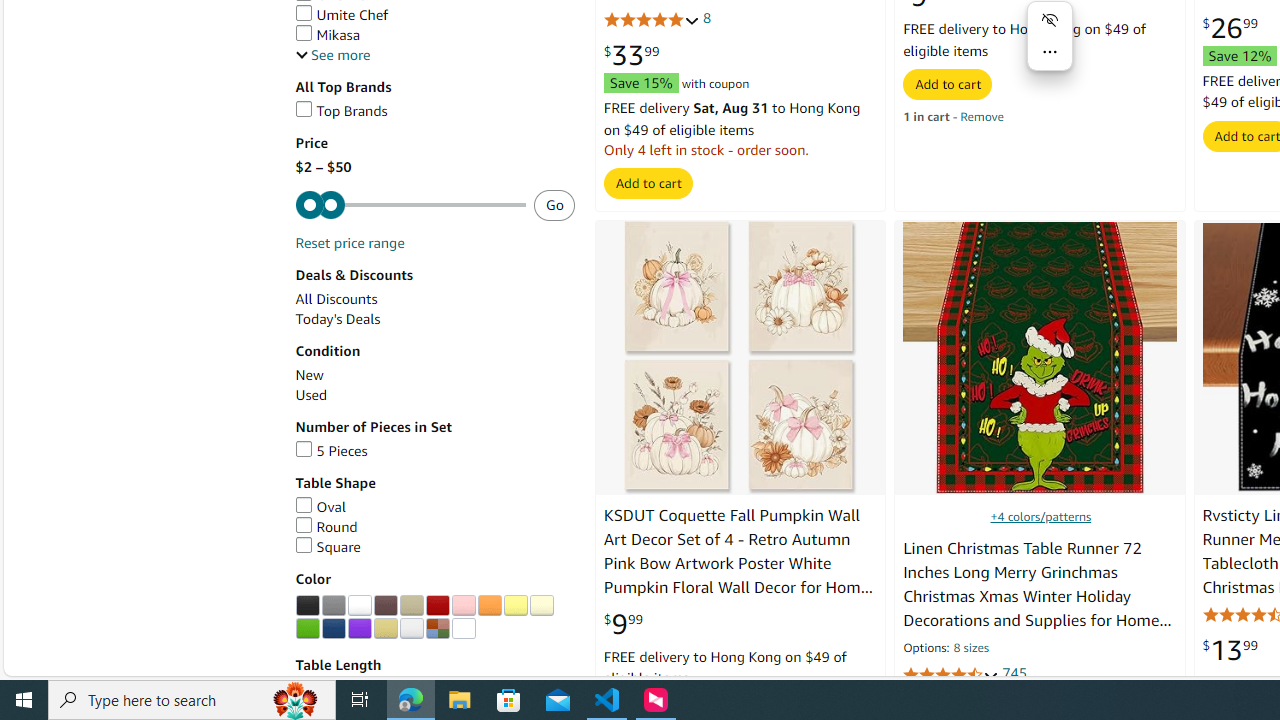 This screenshot has height=720, width=1280. What do you see at coordinates (515, 604) in the screenshot?
I see `'AutomationID: p_n_feature_twenty_browse-bin/3254106011'` at bounding box center [515, 604].